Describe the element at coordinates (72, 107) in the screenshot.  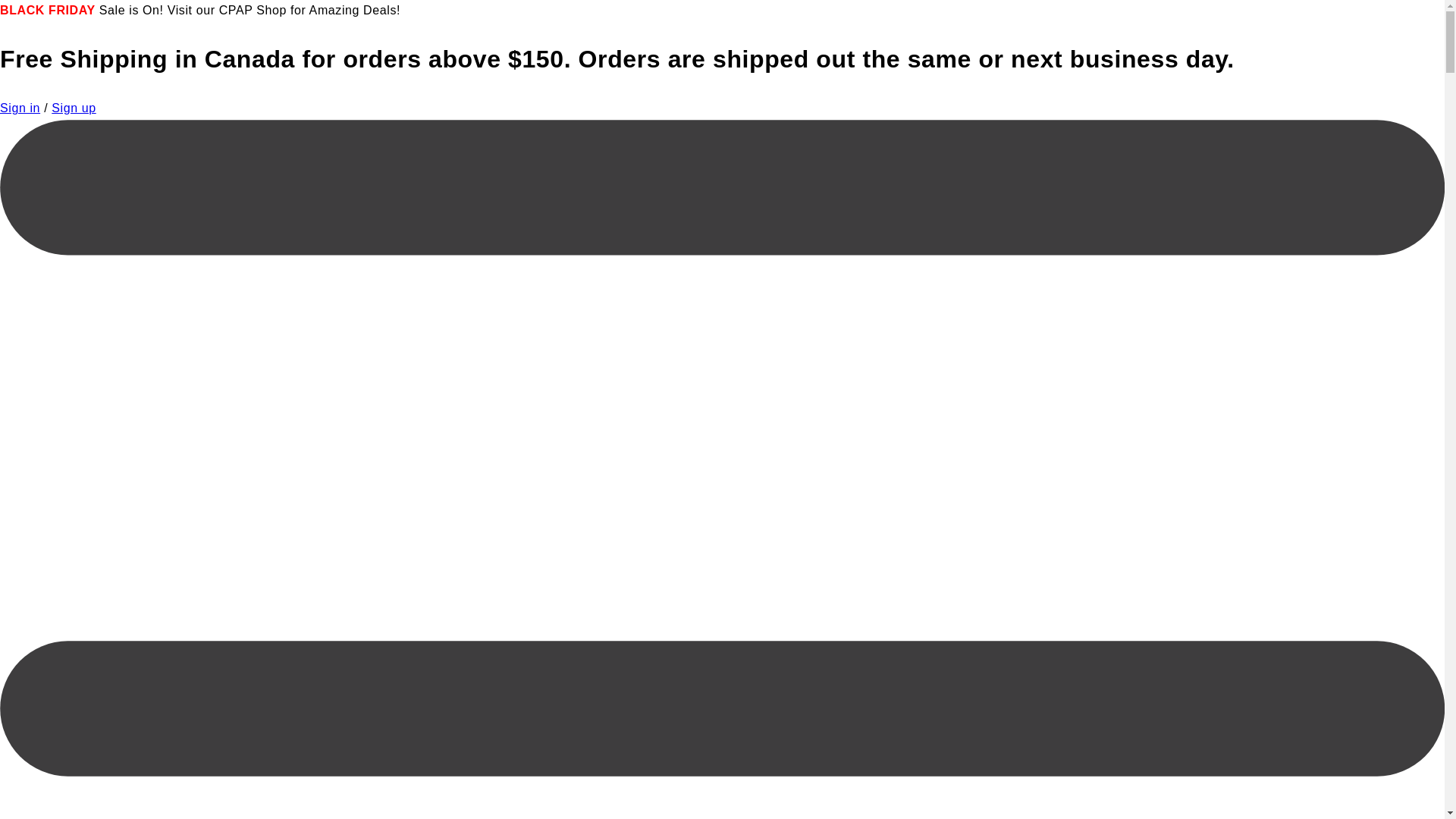
I see `'Sign up'` at that location.